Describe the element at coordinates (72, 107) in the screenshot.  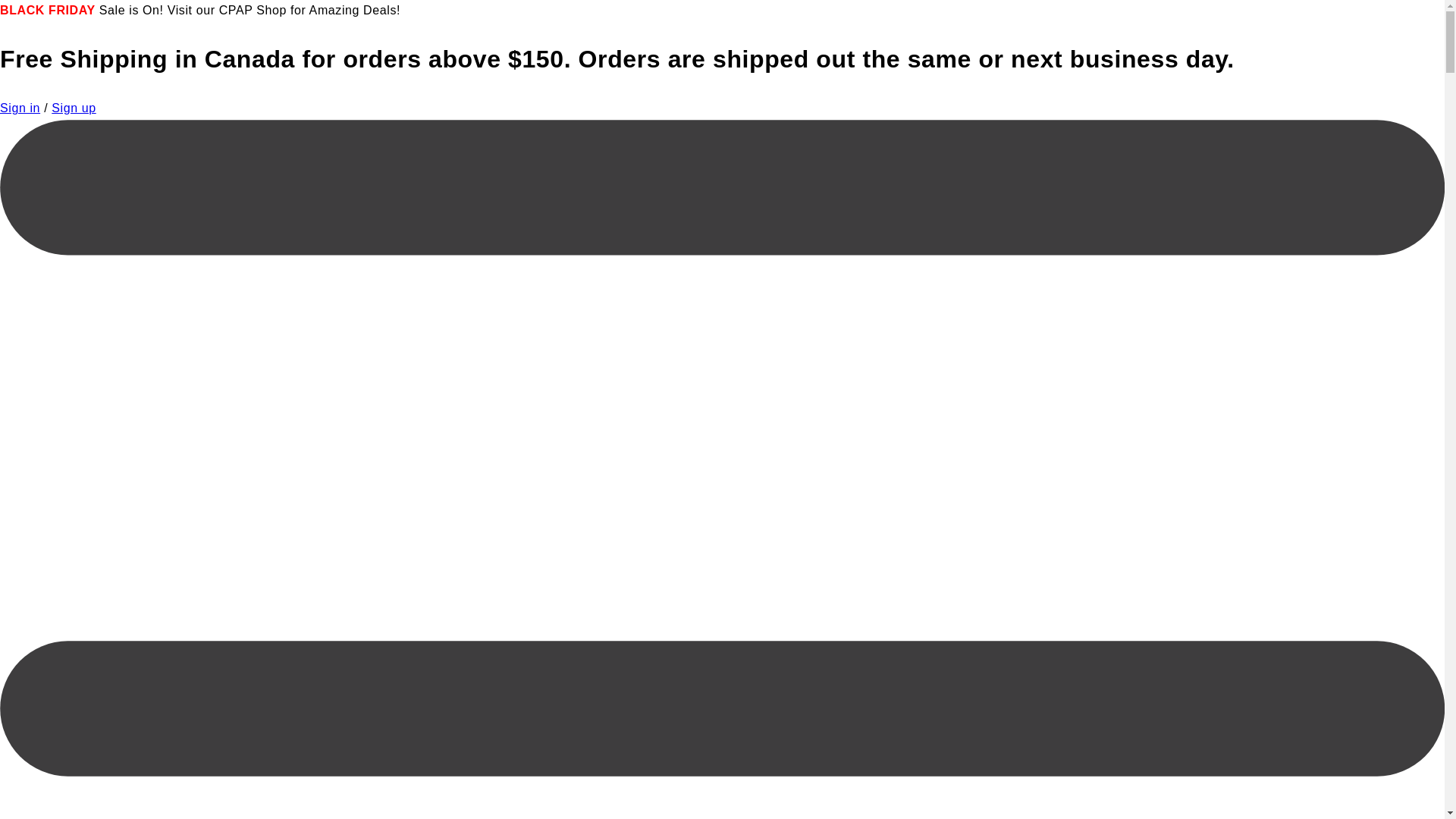
I see `'Sign up'` at that location.